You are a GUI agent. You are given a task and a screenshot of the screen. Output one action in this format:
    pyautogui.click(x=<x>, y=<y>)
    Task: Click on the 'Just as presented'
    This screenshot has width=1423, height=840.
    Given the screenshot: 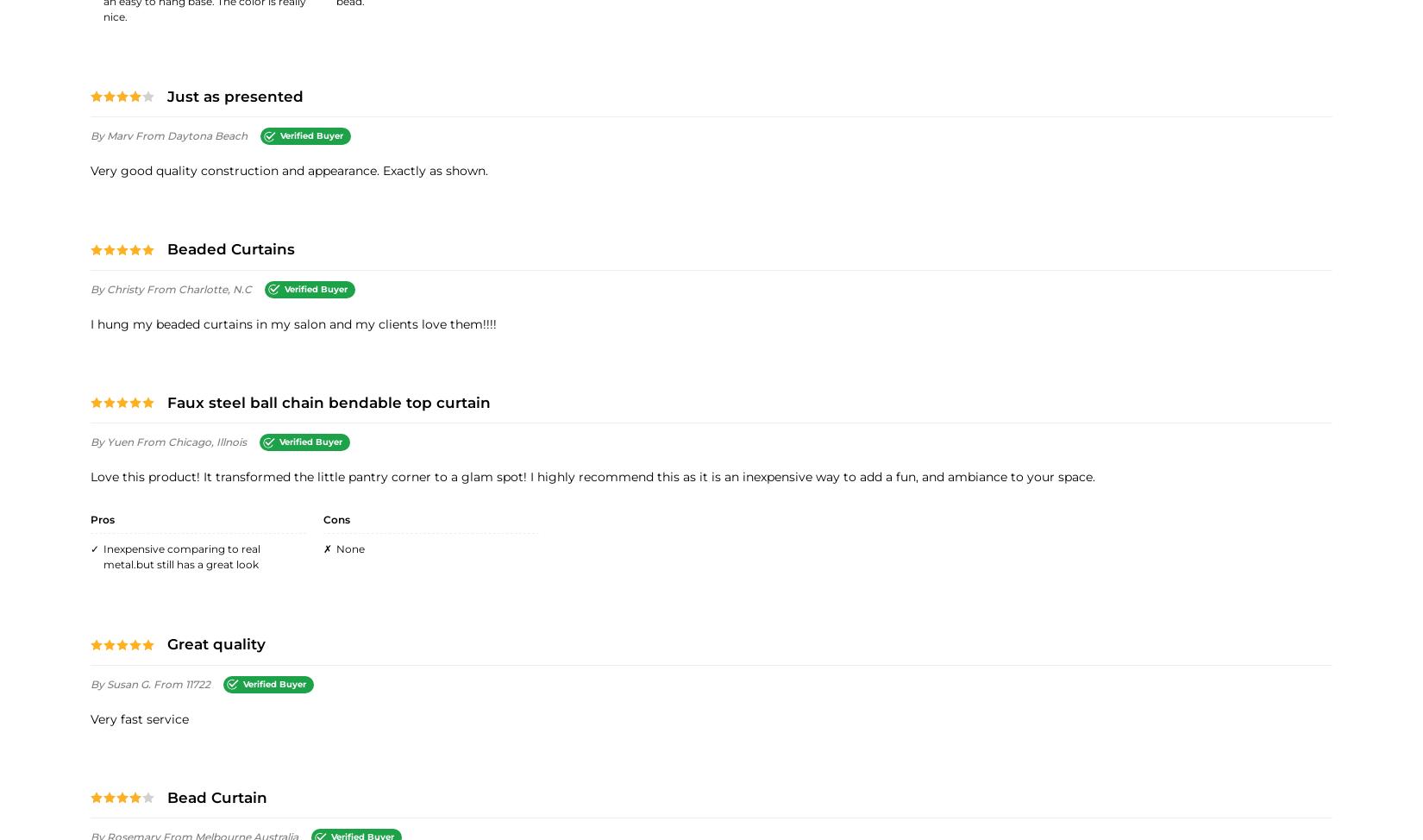 What is the action you would take?
    pyautogui.click(x=235, y=95)
    